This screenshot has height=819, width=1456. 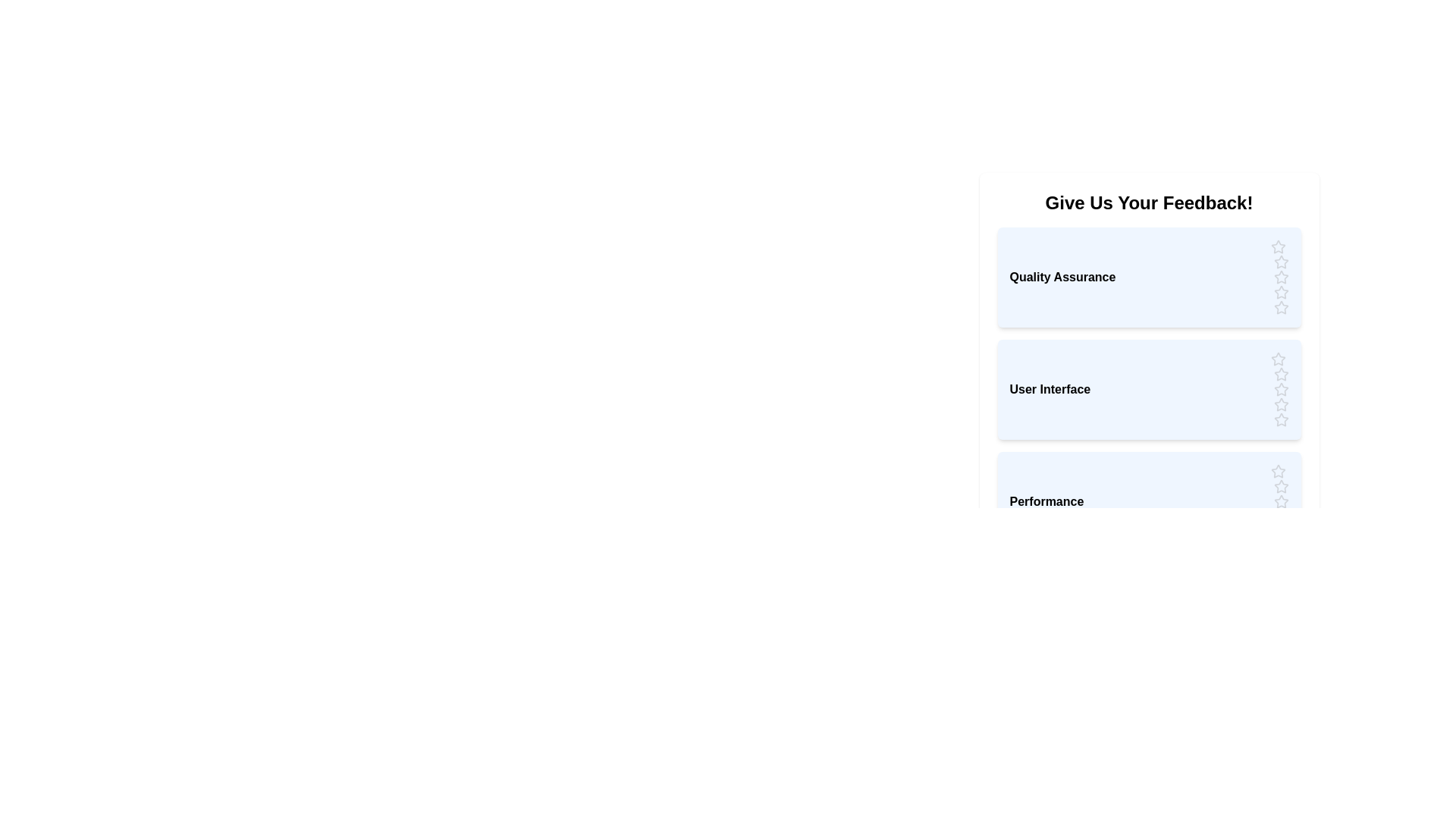 I want to click on the rating for the category 'Quality Assurance' to 5 stars, so click(x=1280, y=307).